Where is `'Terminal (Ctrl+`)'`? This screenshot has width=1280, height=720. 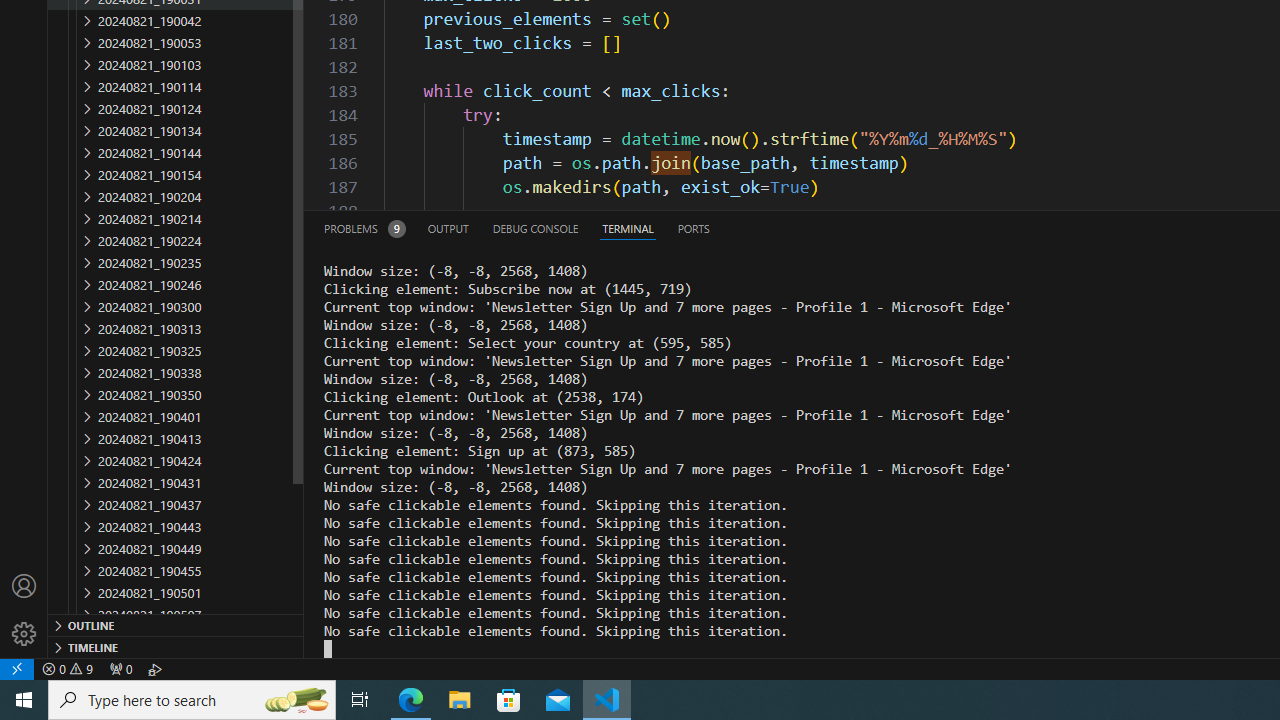 'Terminal (Ctrl+`)' is located at coordinates (626, 227).